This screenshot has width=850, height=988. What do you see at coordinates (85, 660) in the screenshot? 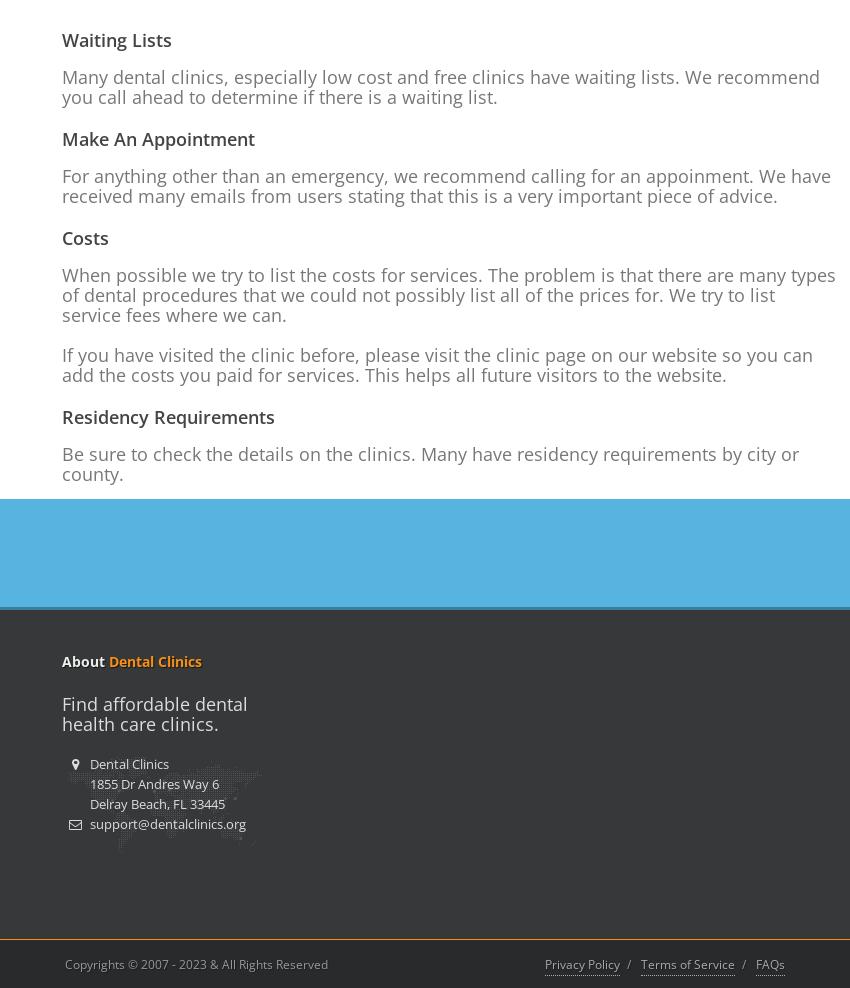
I see `'About'` at bounding box center [85, 660].